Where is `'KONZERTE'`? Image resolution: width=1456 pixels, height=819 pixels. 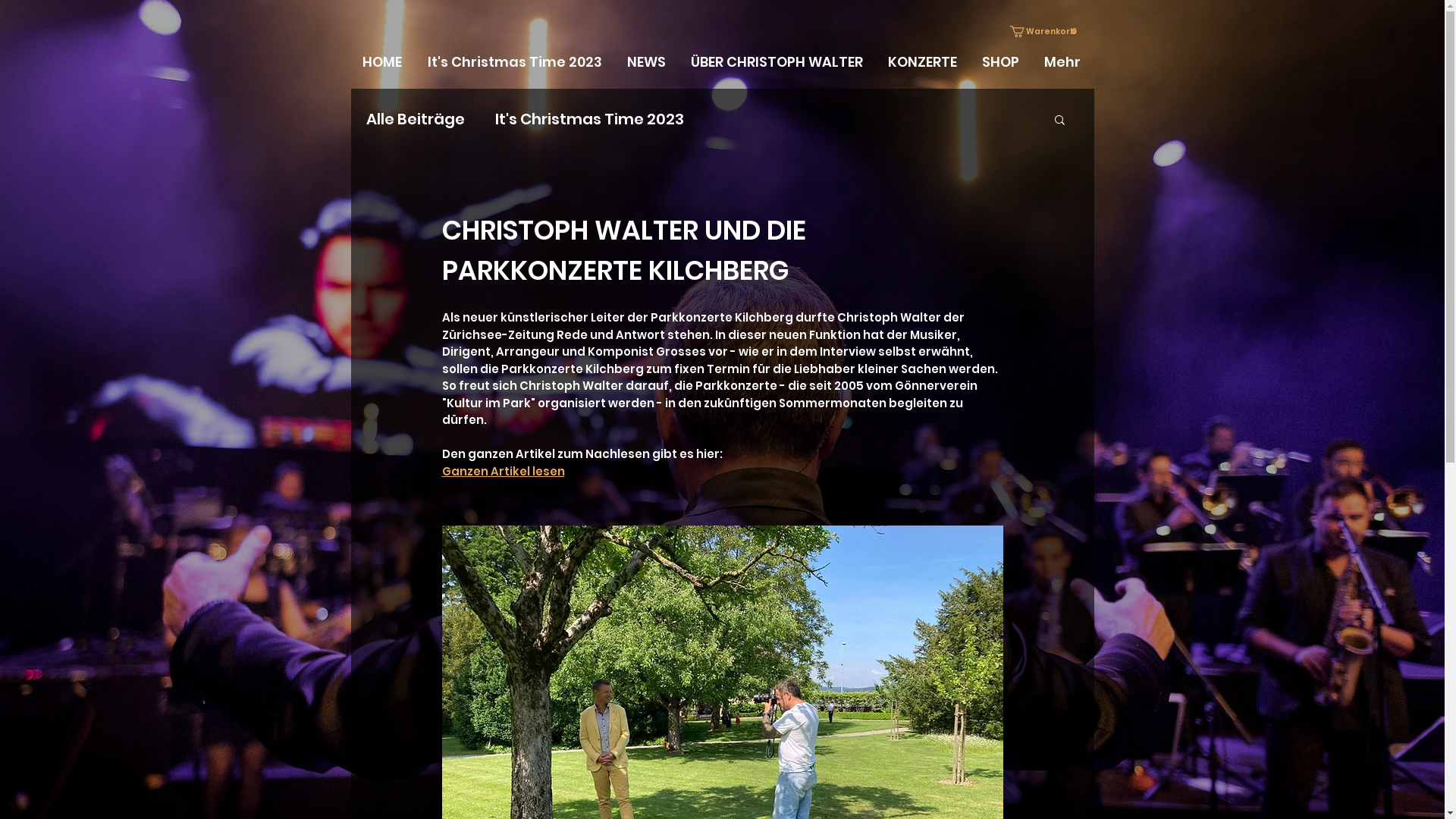
'KONZERTE' is located at coordinates (923, 61).